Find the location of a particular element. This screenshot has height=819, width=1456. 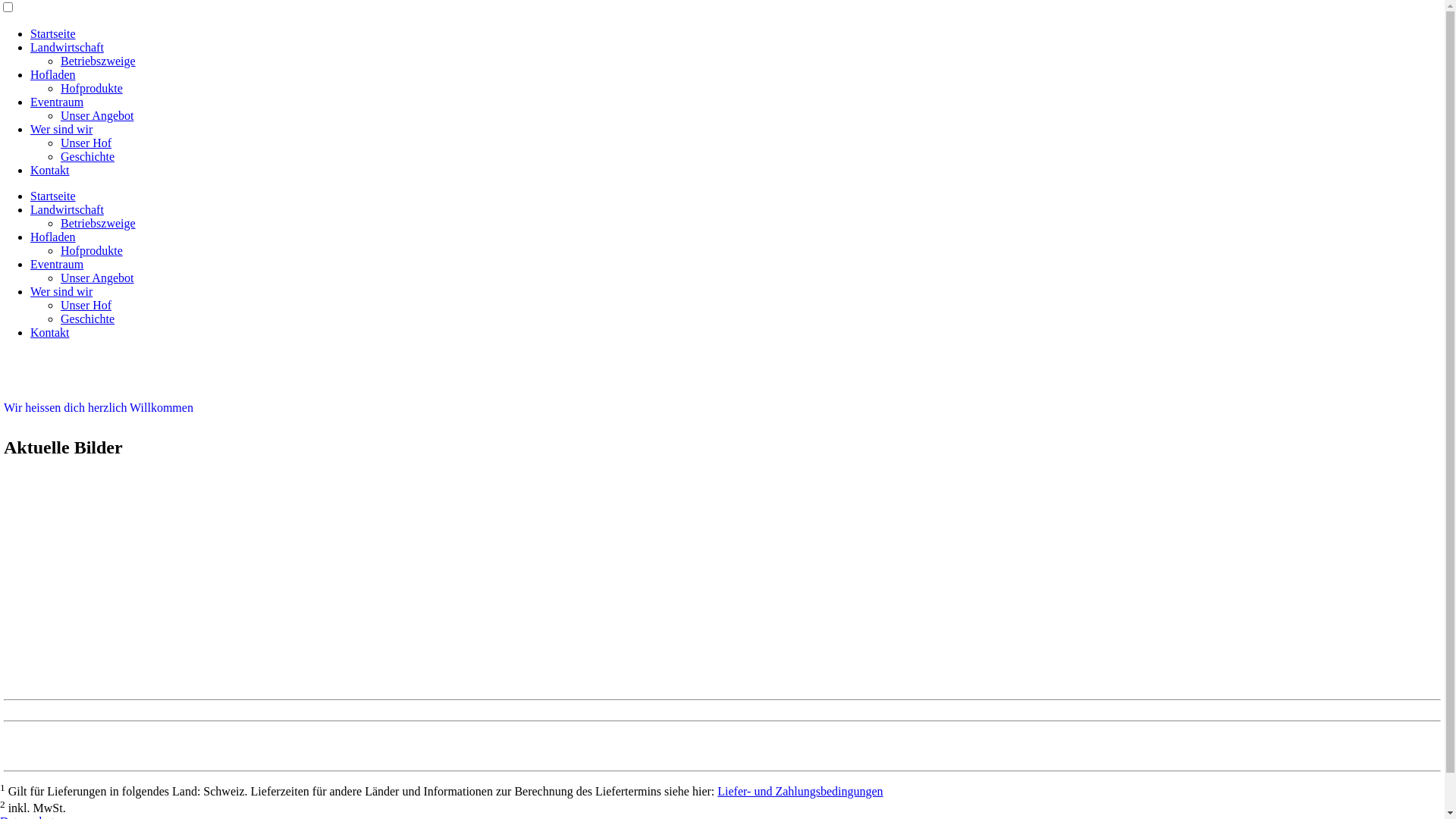

'Eventraum' is located at coordinates (57, 102).